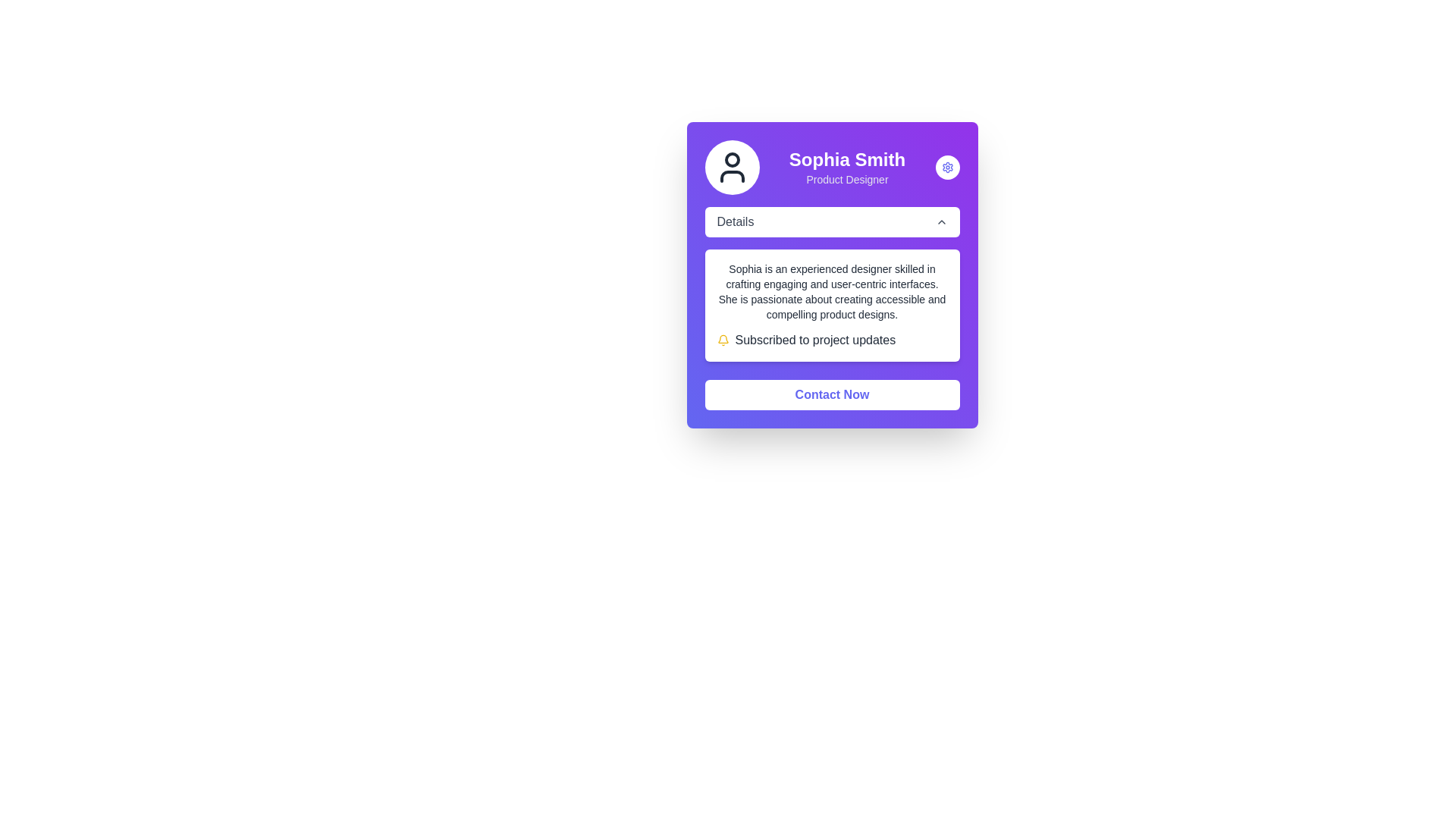 Image resolution: width=1456 pixels, height=819 pixels. Describe the element at coordinates (831, 167) in the screenshot. I see `the header text 'Sophia Smith'` at that location.